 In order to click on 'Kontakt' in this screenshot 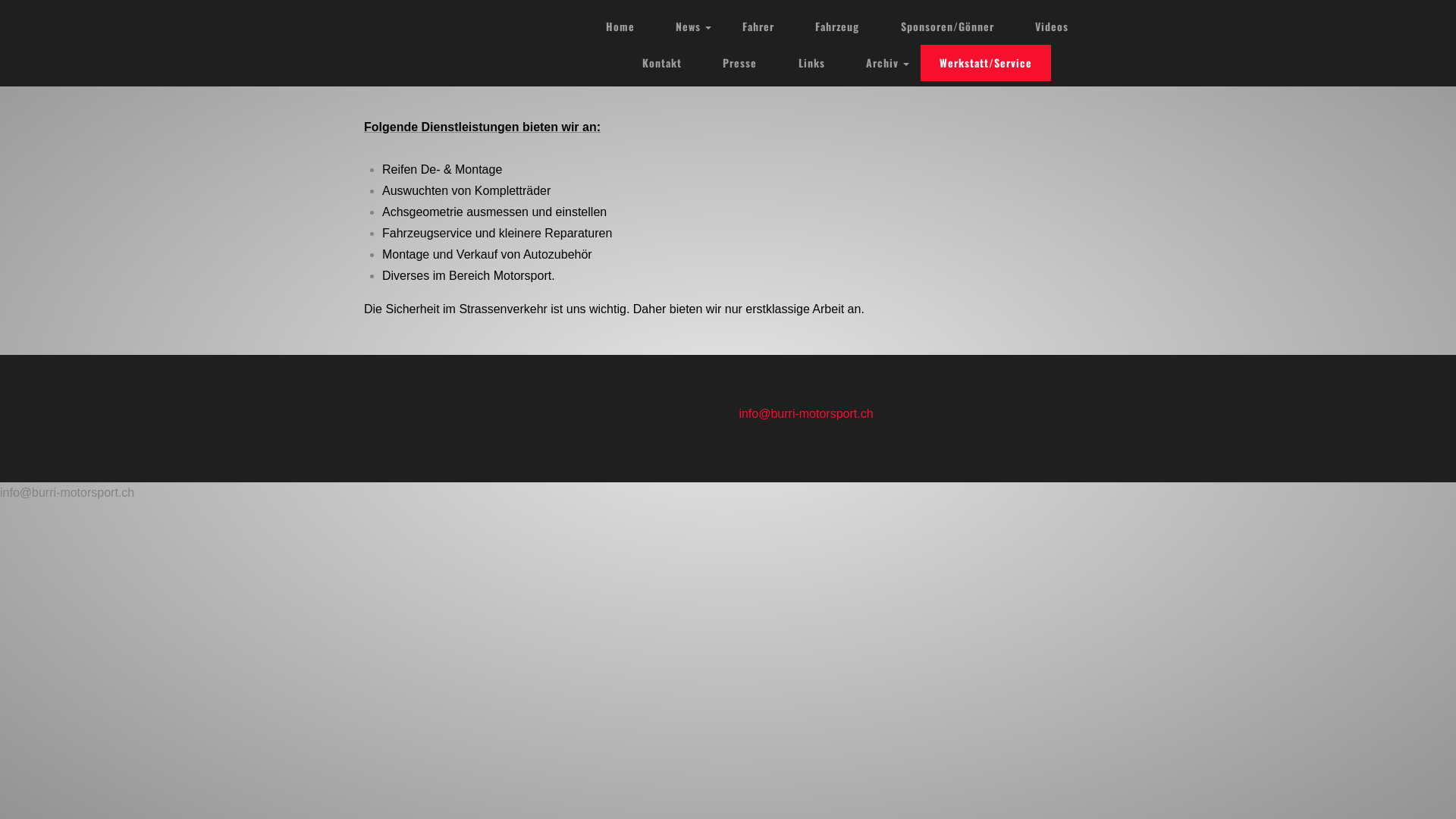, I will do `click(662, 62)`.